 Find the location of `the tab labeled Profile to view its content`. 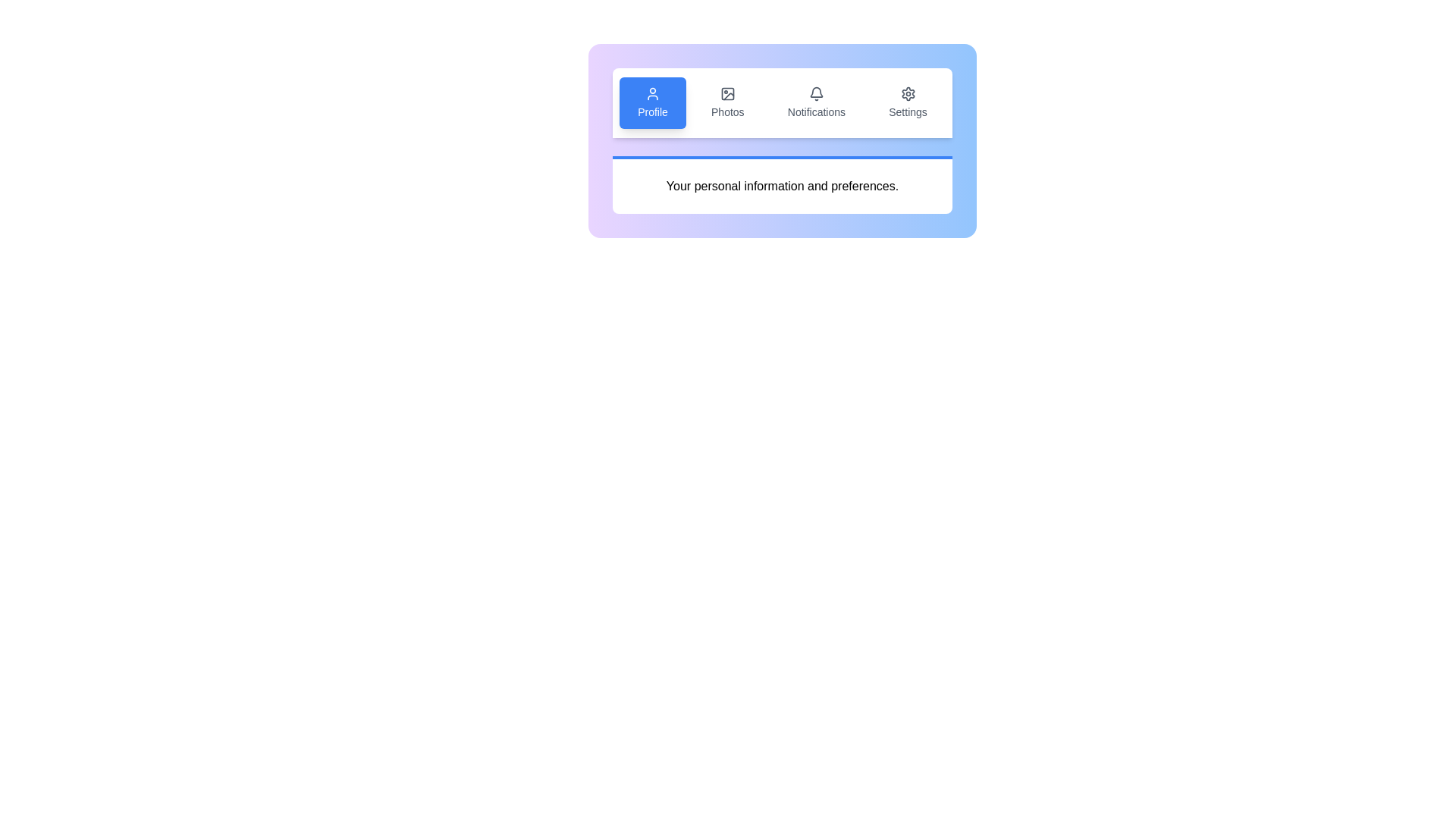

the tab labeled Profile to view its content is located at coordinates (652, 102).